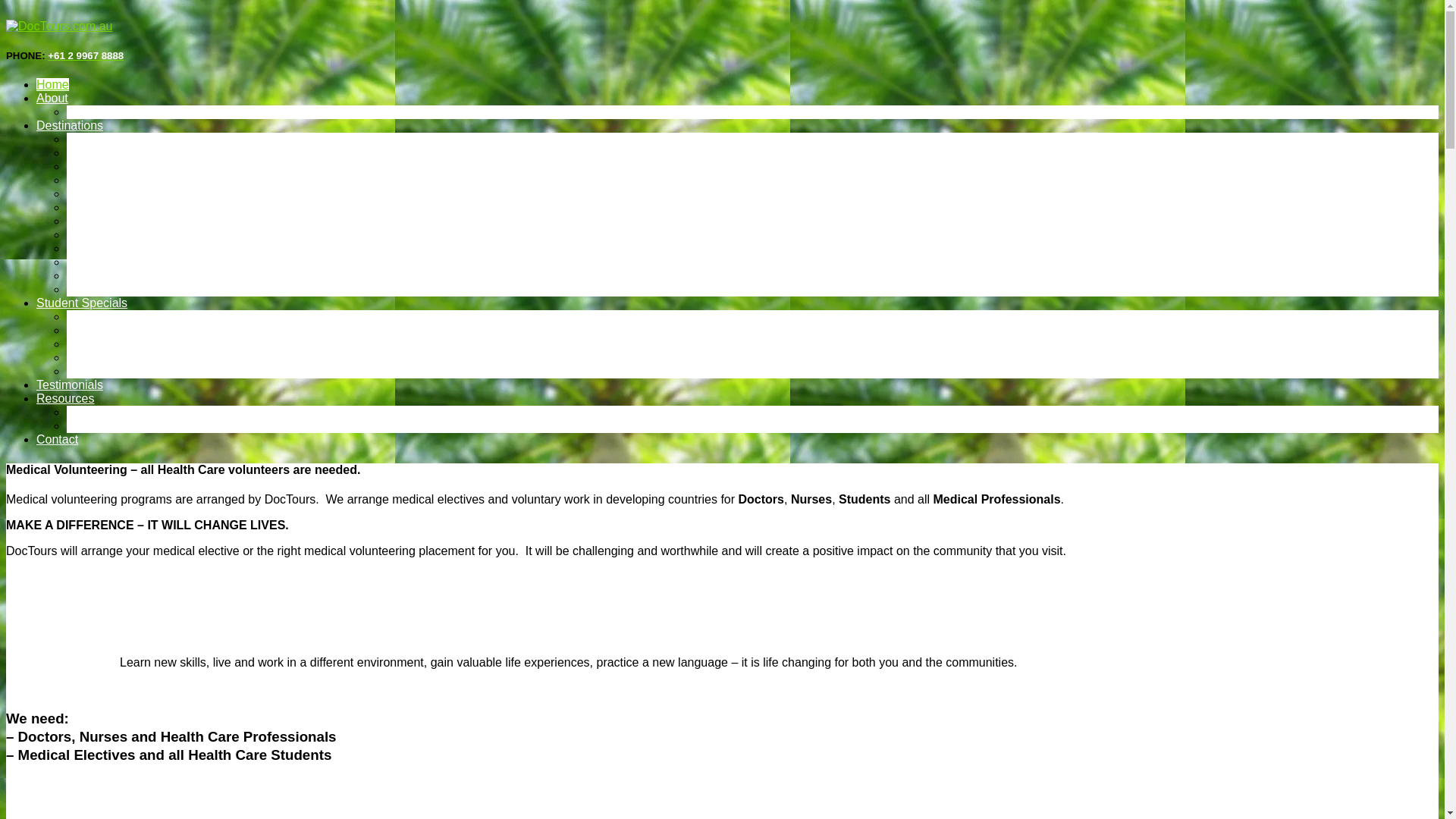 The image size is (1456, 819). Describe the element at coordinates (88, 179) in the screenshot. I see `'Namibia'` at that location.